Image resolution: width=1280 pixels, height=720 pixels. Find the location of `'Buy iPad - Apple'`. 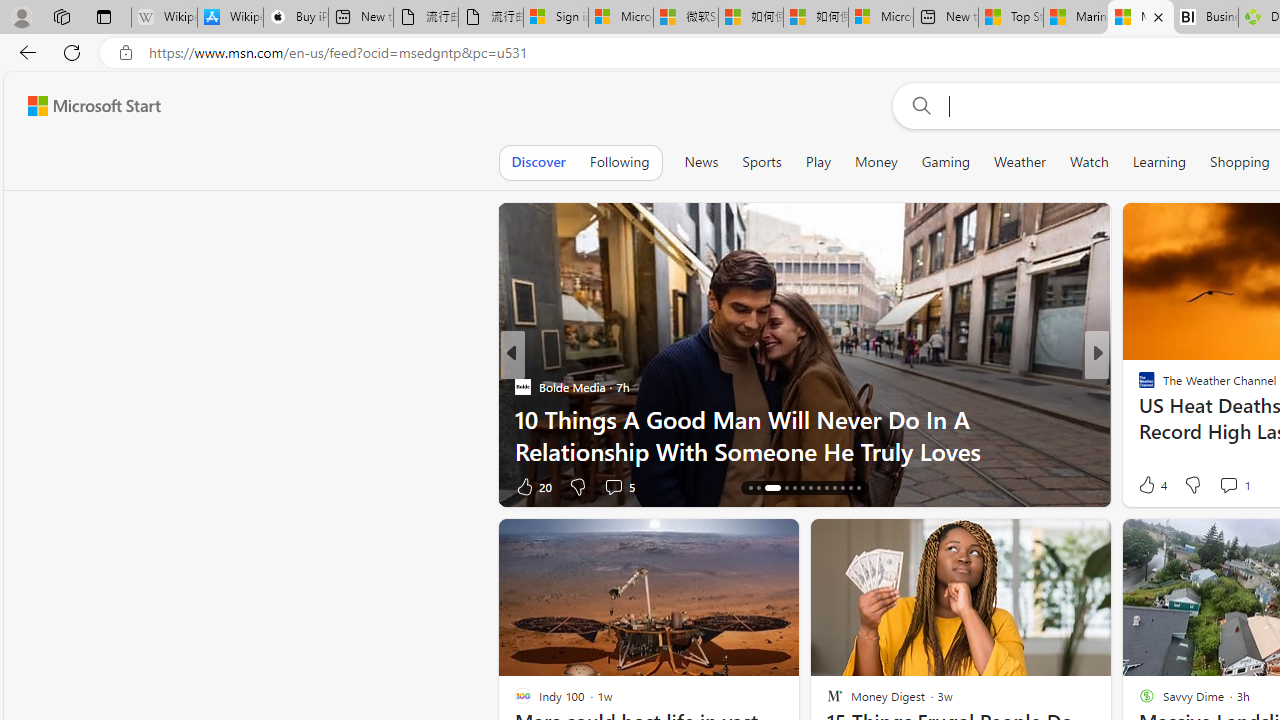

'Buy iPad - Apple' is located at coordinates (294, 17).